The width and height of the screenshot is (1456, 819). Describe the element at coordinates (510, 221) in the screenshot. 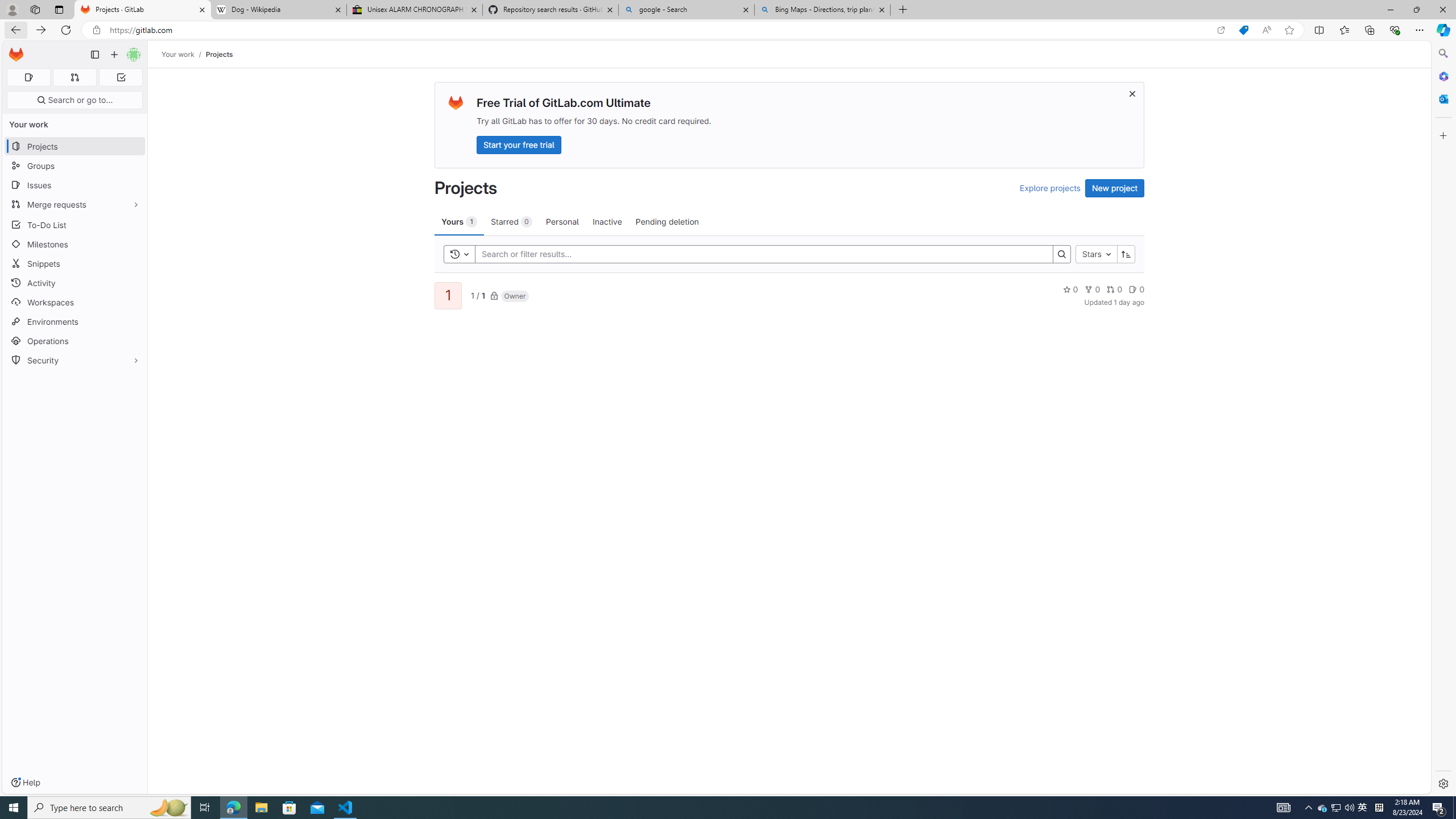

I see `'Starred 0'` at that location.